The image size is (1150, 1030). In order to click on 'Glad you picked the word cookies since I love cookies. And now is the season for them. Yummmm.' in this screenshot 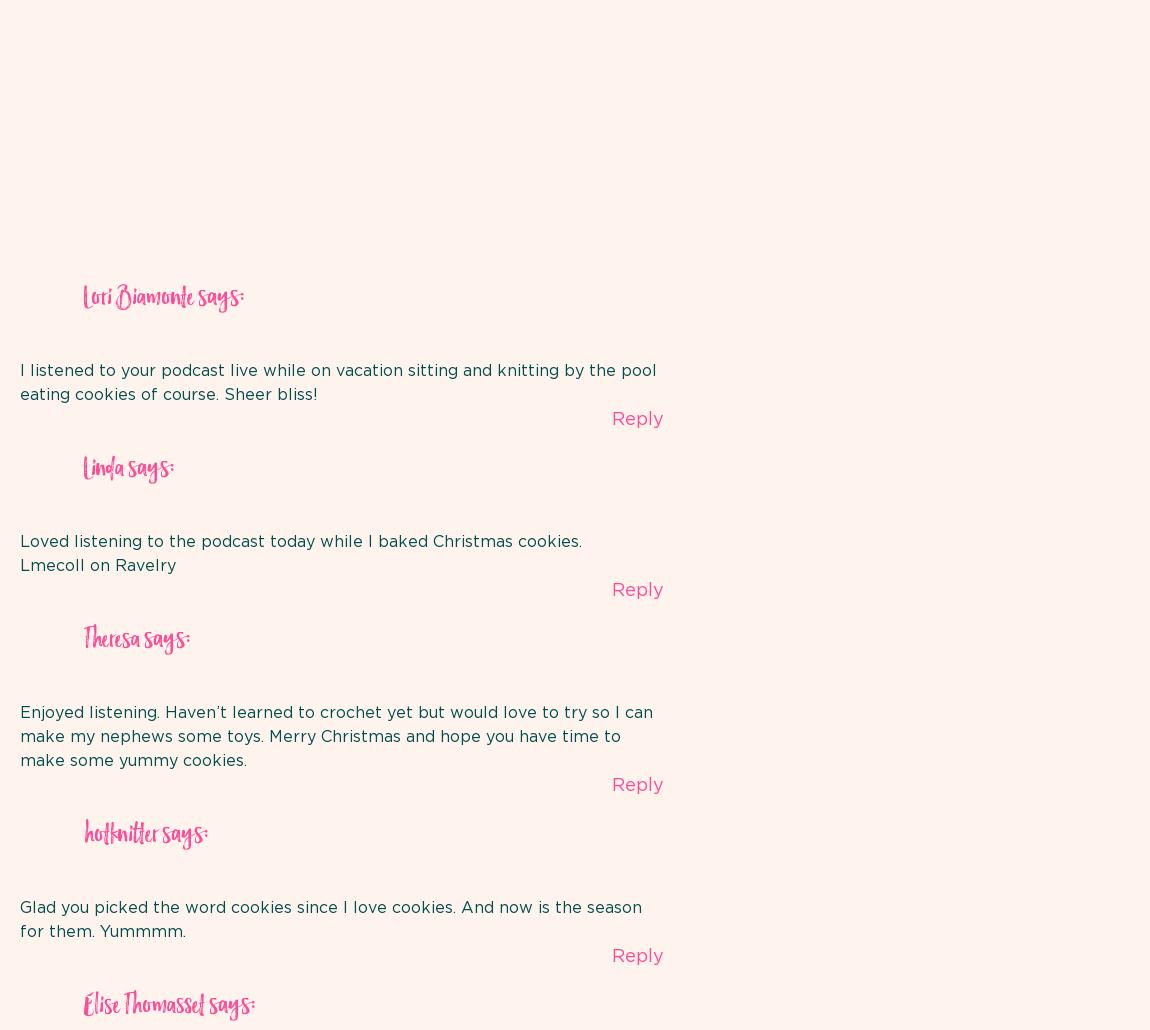, I will do `click(330, 918)`.